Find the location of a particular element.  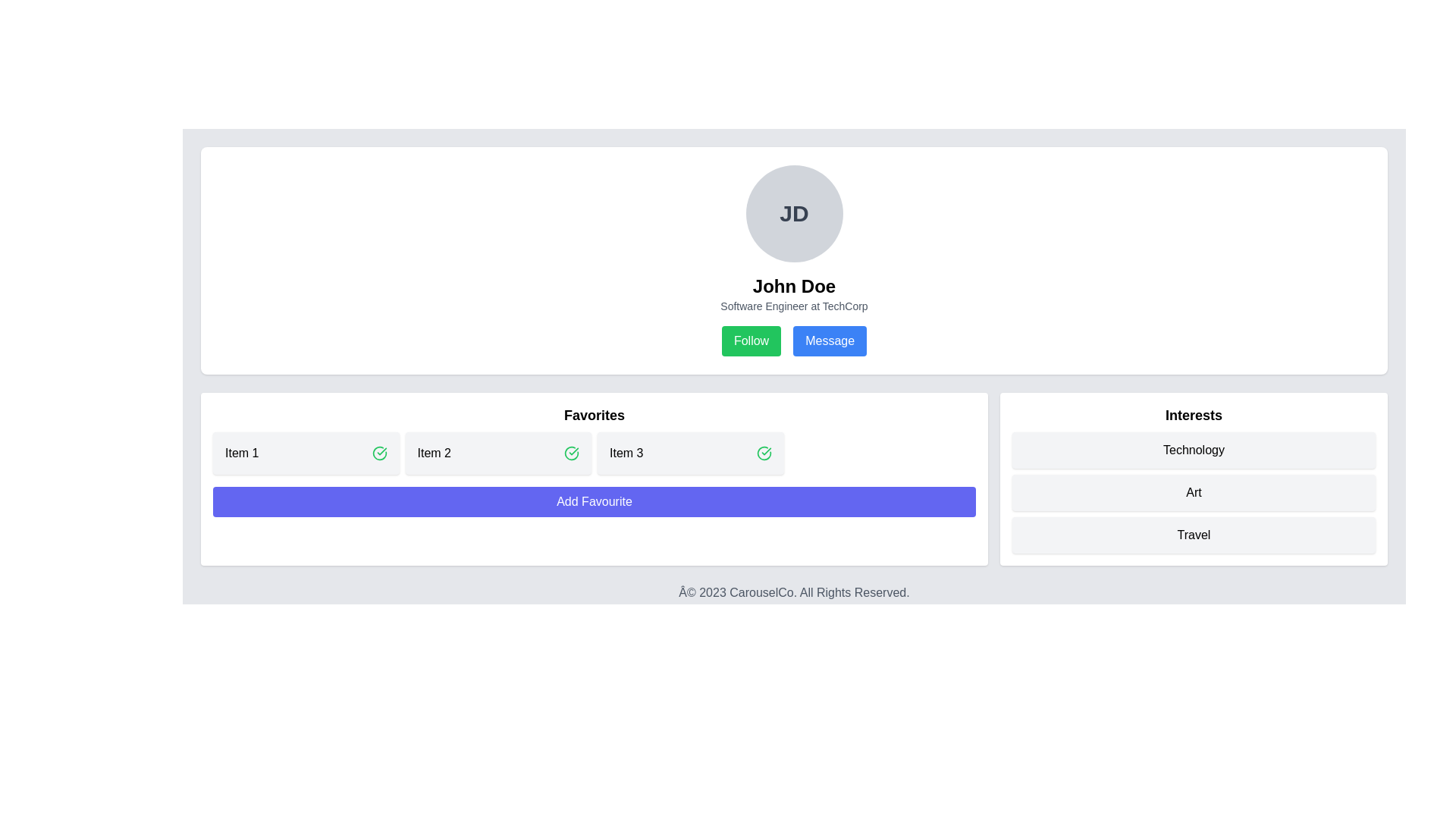

the Circle icon with a checkmark that indicates the verified or completed state for 'Item 3' in the 'Favorites' section is located at coordinates (764, 452).